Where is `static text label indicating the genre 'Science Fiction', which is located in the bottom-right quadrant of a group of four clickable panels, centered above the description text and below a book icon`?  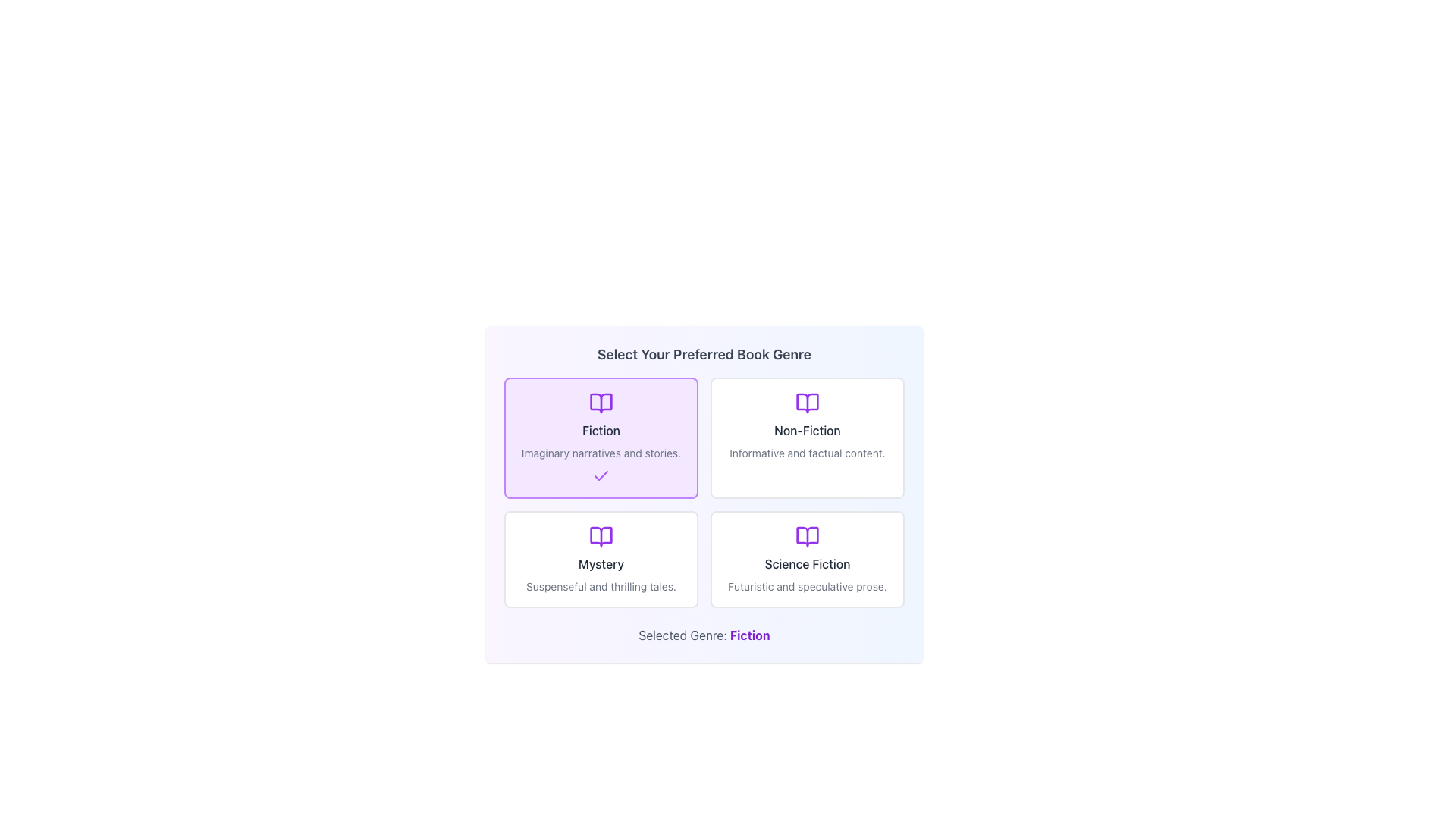
static text label indicating the genre 'Science Fiction', which is located in the bottom-right quadrant of a group of four clickable panels, centered above the description text and below a book icon is located at coordinates (807, 564).